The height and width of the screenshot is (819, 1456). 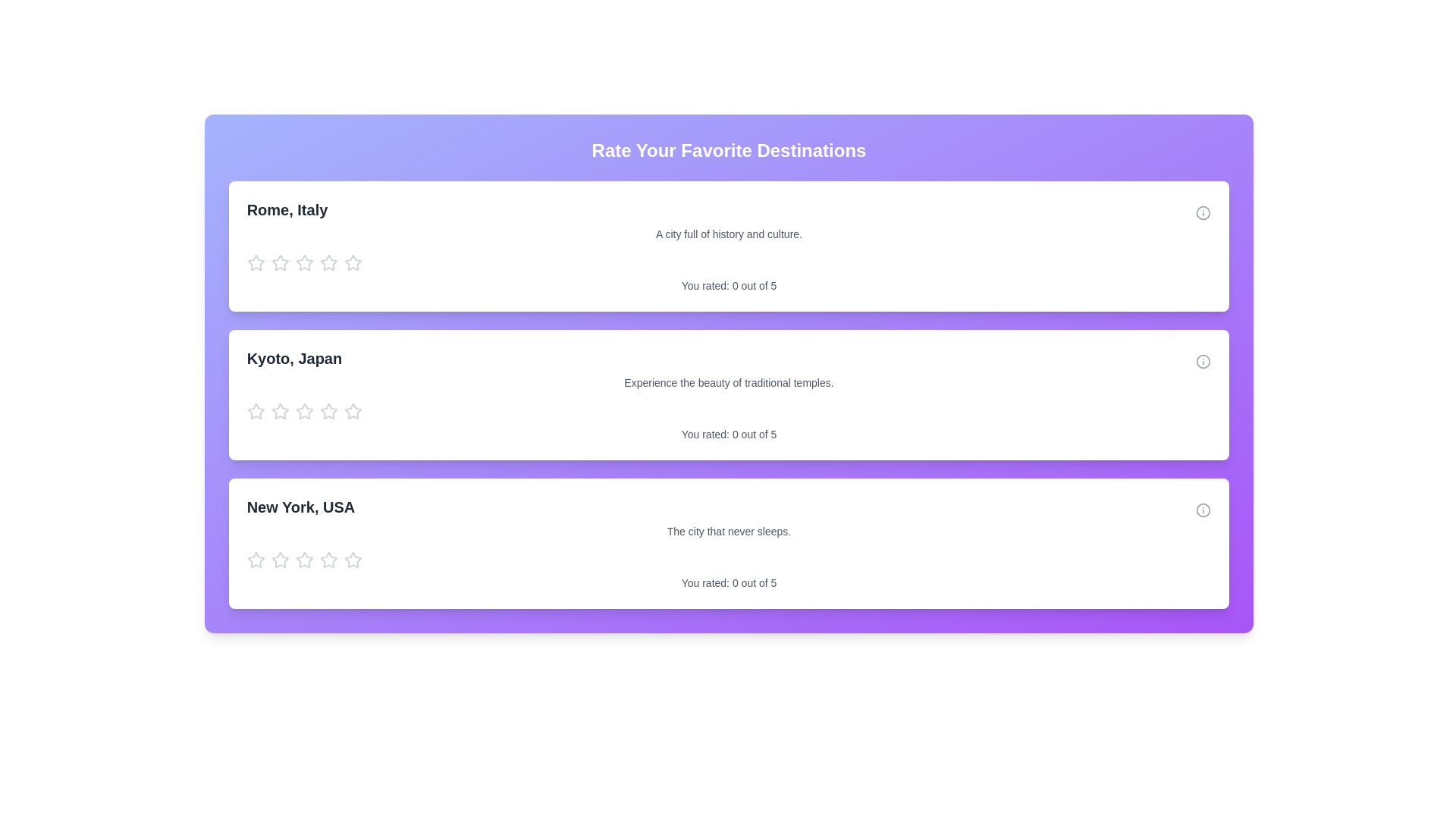 What do you see at coordinates (729, 582) in the screenshot?
I see `the text element that displays the current rating provided for the associated item, located at the bottom of the white card labeled 'New York, USA'` at bounding box center [729, 582].